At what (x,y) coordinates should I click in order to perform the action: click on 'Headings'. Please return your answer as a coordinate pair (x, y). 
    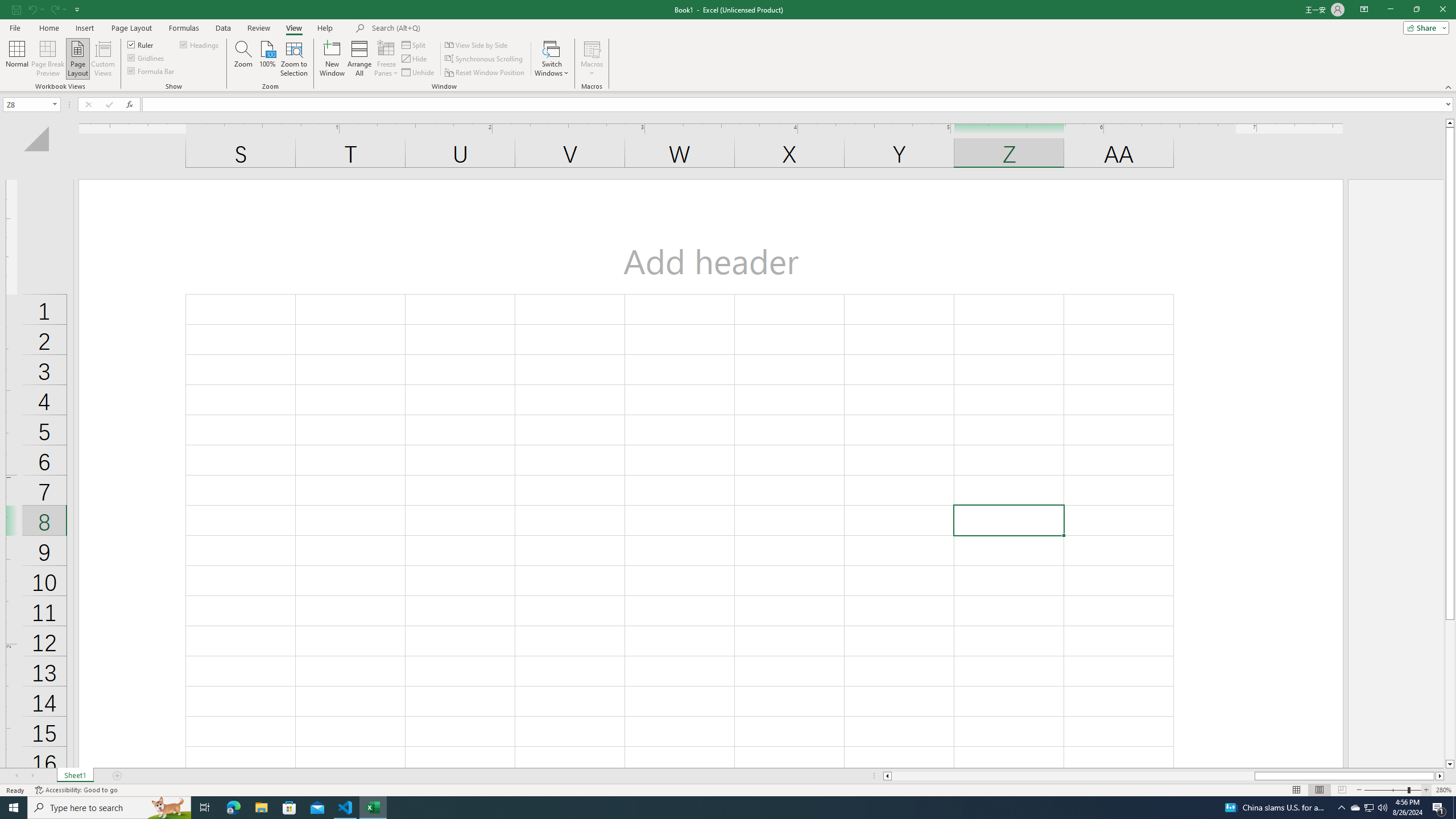
    Looking at the image, I should click on (200, 44).